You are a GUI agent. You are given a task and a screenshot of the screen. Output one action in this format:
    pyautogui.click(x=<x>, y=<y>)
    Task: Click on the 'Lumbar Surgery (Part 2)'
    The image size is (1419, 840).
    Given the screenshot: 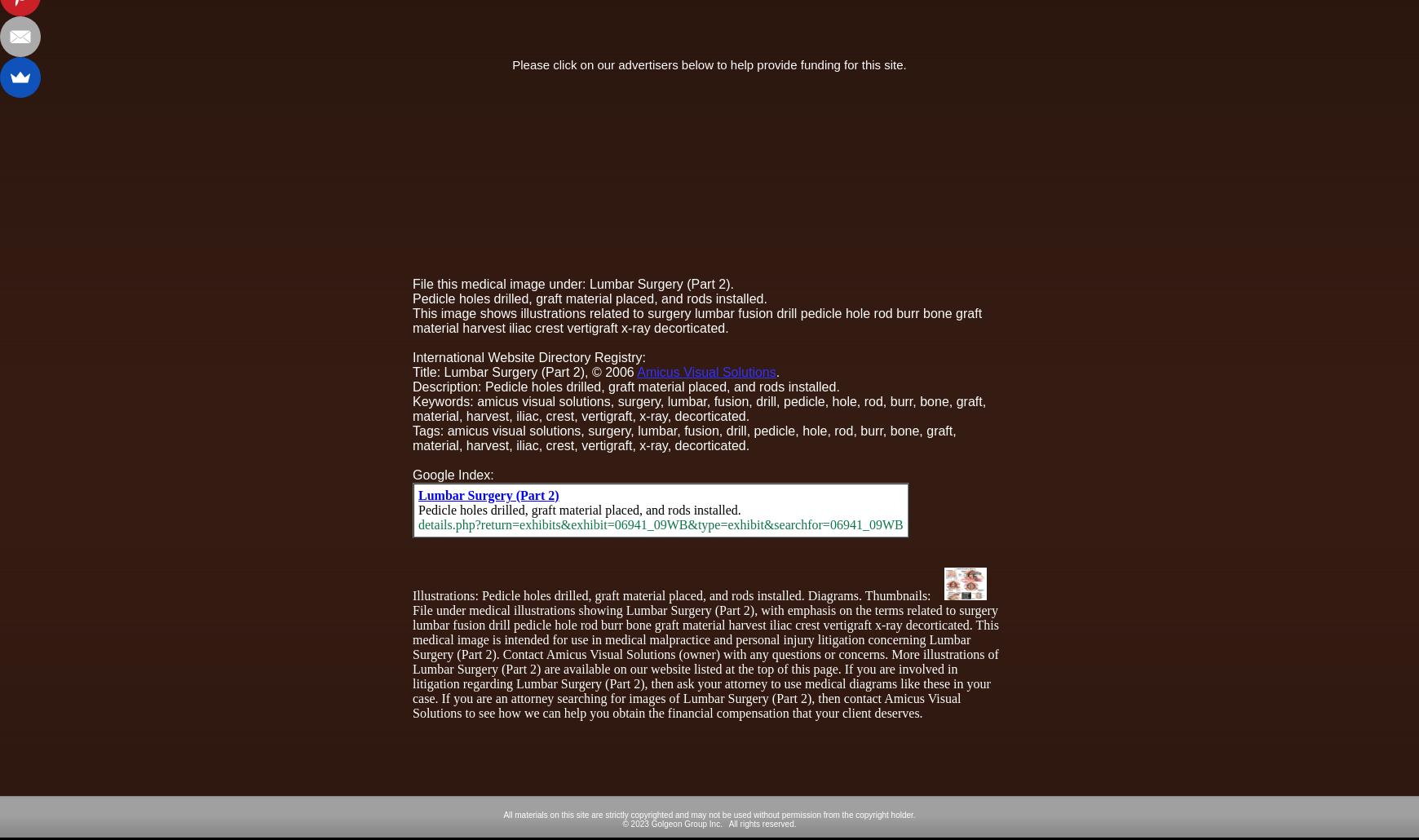 What is the action you would take?
    pyautogui.click(x=488, y=493)
    